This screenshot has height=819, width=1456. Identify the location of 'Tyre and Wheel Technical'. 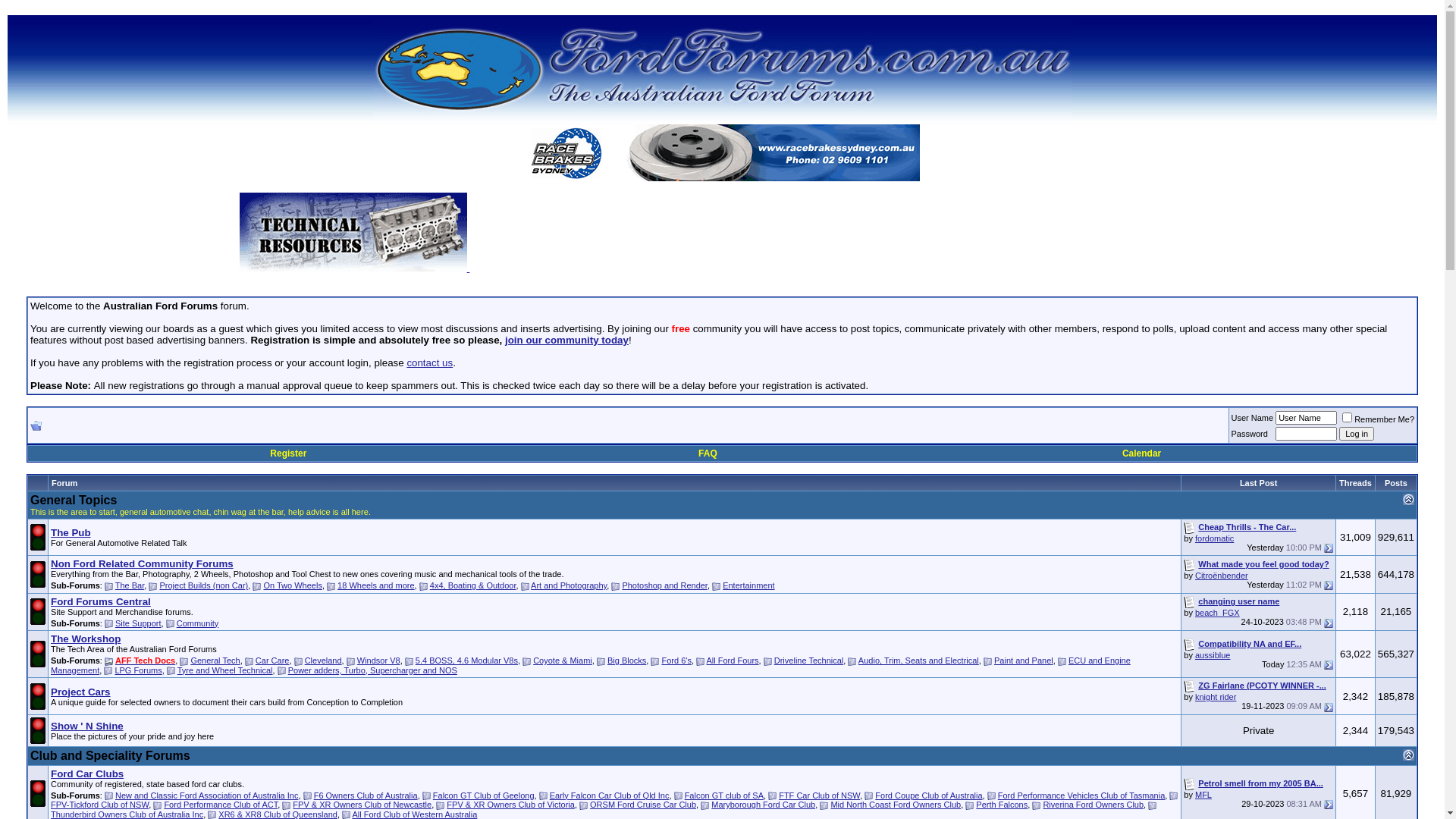
(177, 669).